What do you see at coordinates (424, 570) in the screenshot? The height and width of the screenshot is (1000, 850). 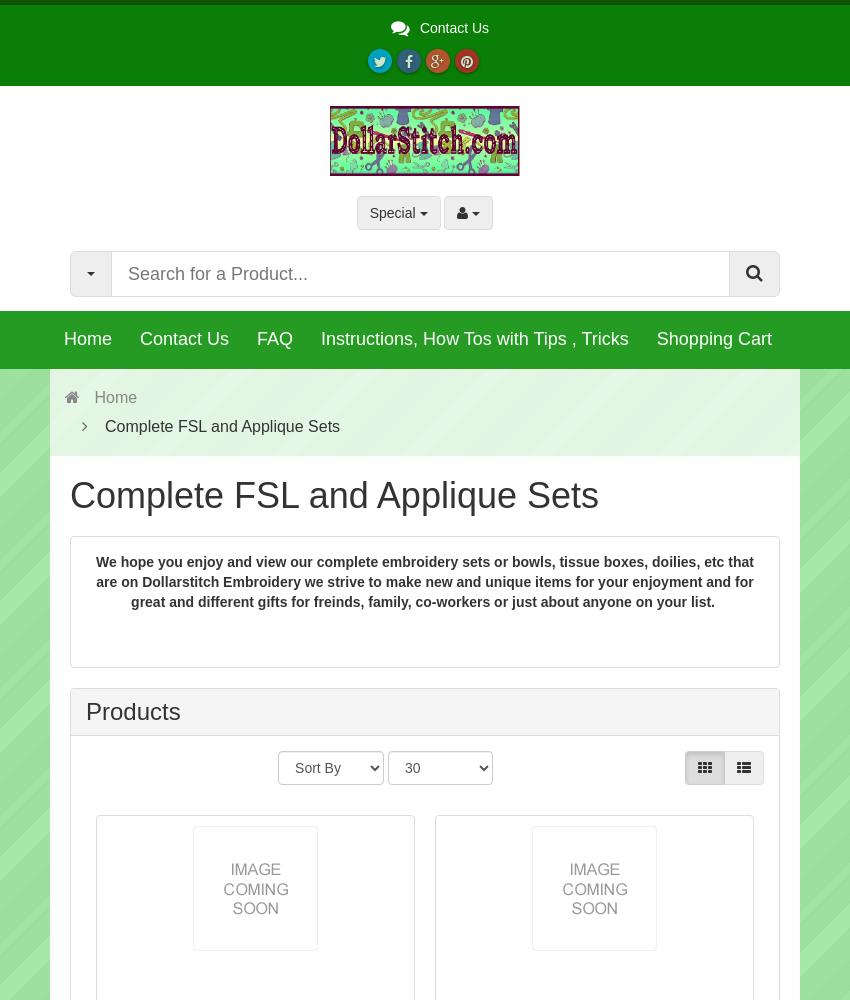 I see `'We hope you enjoy and view our complete embroidery sets or bowls, tissue boxes, doilies, etc that are'` at bounding box center [424, 570].